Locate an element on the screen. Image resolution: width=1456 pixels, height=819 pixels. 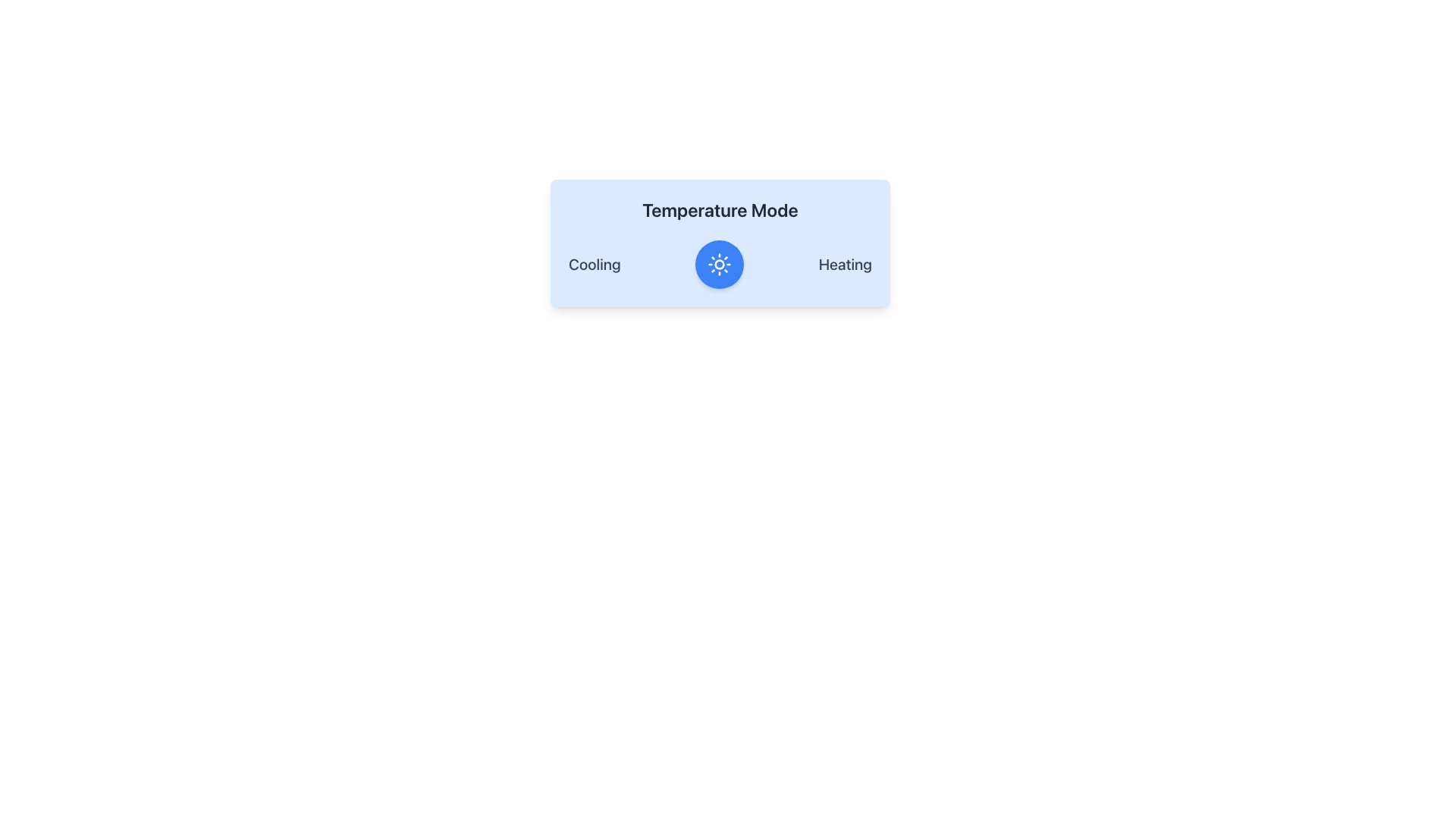
the central circular icon with a blue sun symbol in the toggle-like layout of the Temperature Mode component is located at coordinates (720, 263).